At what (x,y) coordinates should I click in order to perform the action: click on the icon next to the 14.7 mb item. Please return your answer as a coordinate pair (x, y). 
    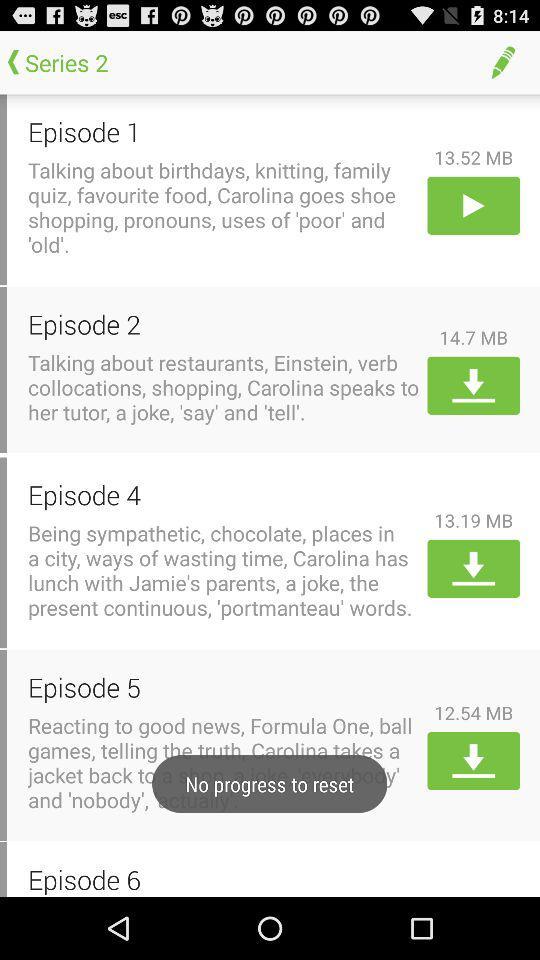
    Looking at the image, I should click on (223, 324).